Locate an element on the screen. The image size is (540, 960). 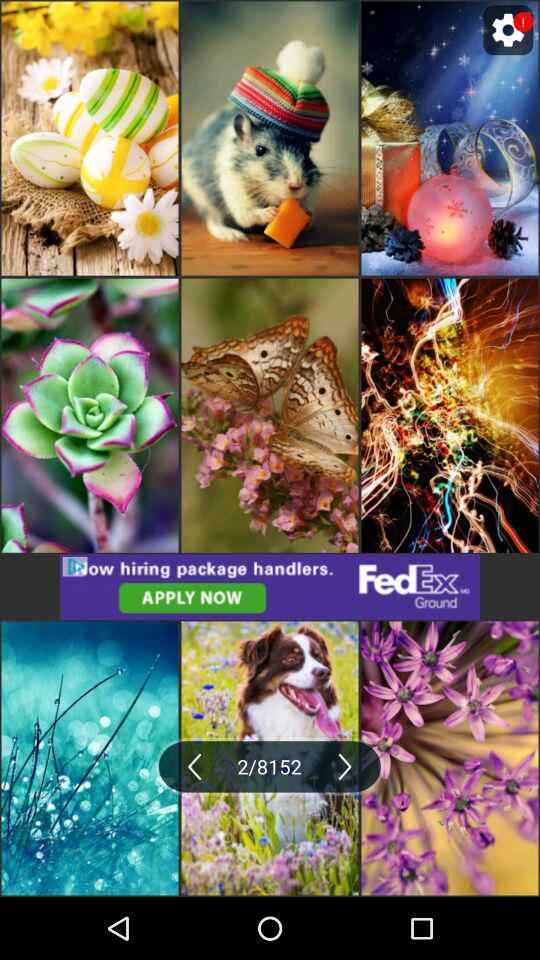
open advertisement is located at coordinates (270, 587).